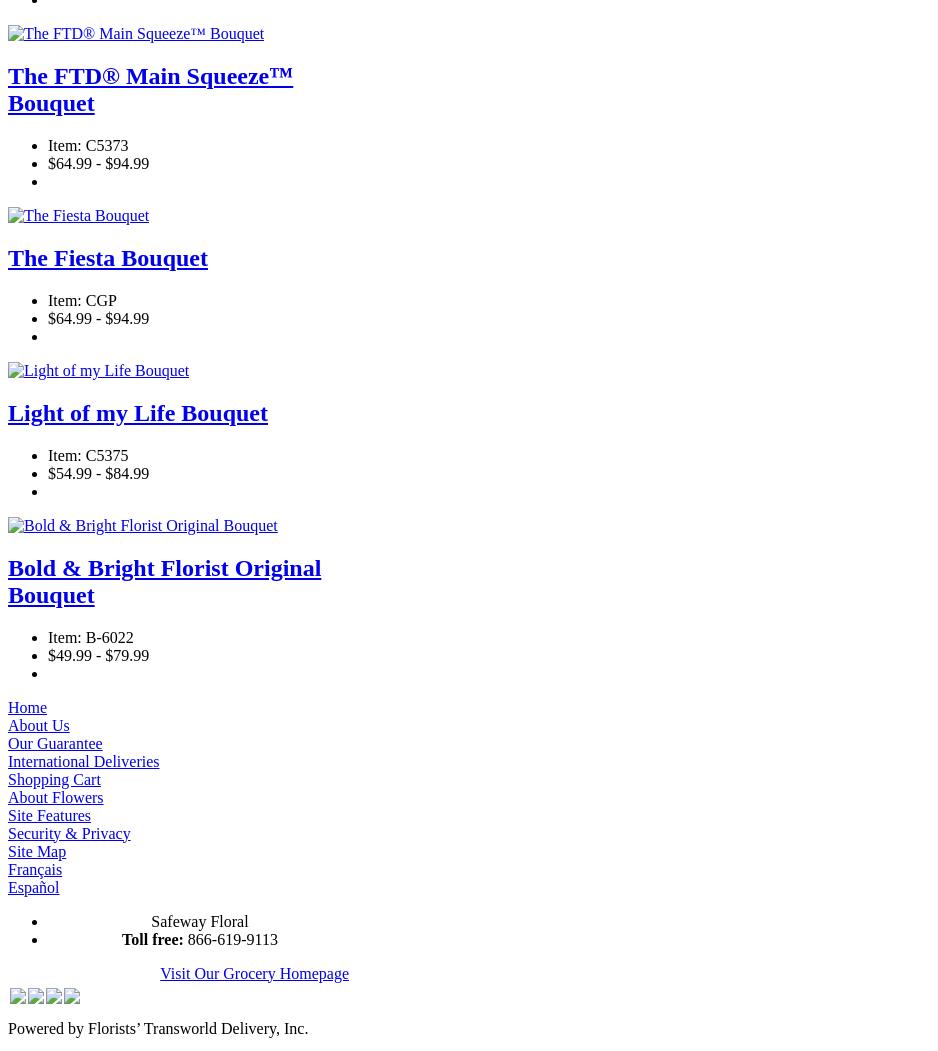 This screenshot has width=938, height=1051. Describe the element at coordinates (53, 742) in the screenshot. I see `'Our Guarantee'` at that location.